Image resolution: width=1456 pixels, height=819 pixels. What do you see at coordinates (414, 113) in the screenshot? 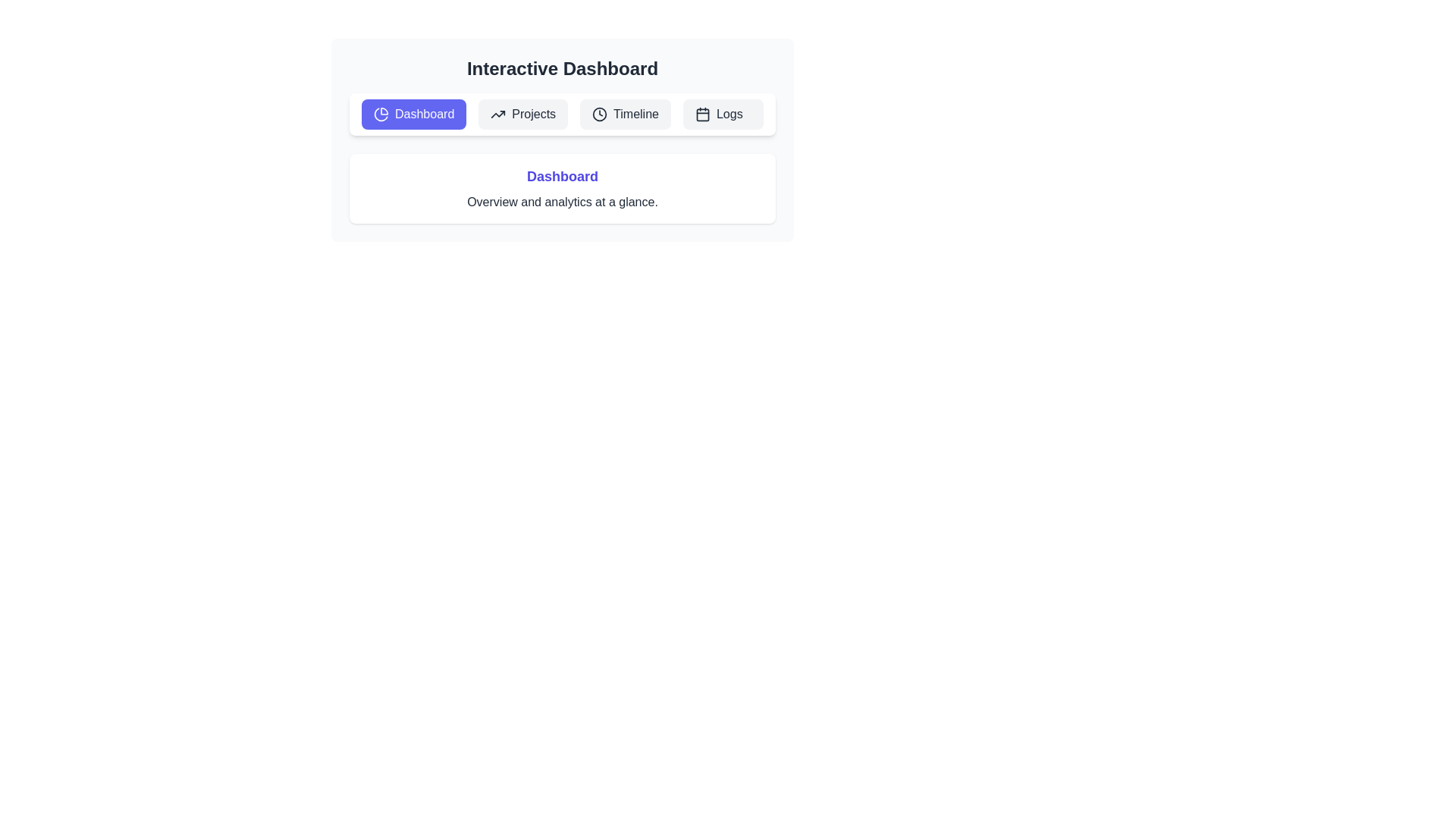
I see `the 'Dashboard' button, which has a blue background and white text` at bounding box center [414, 113].